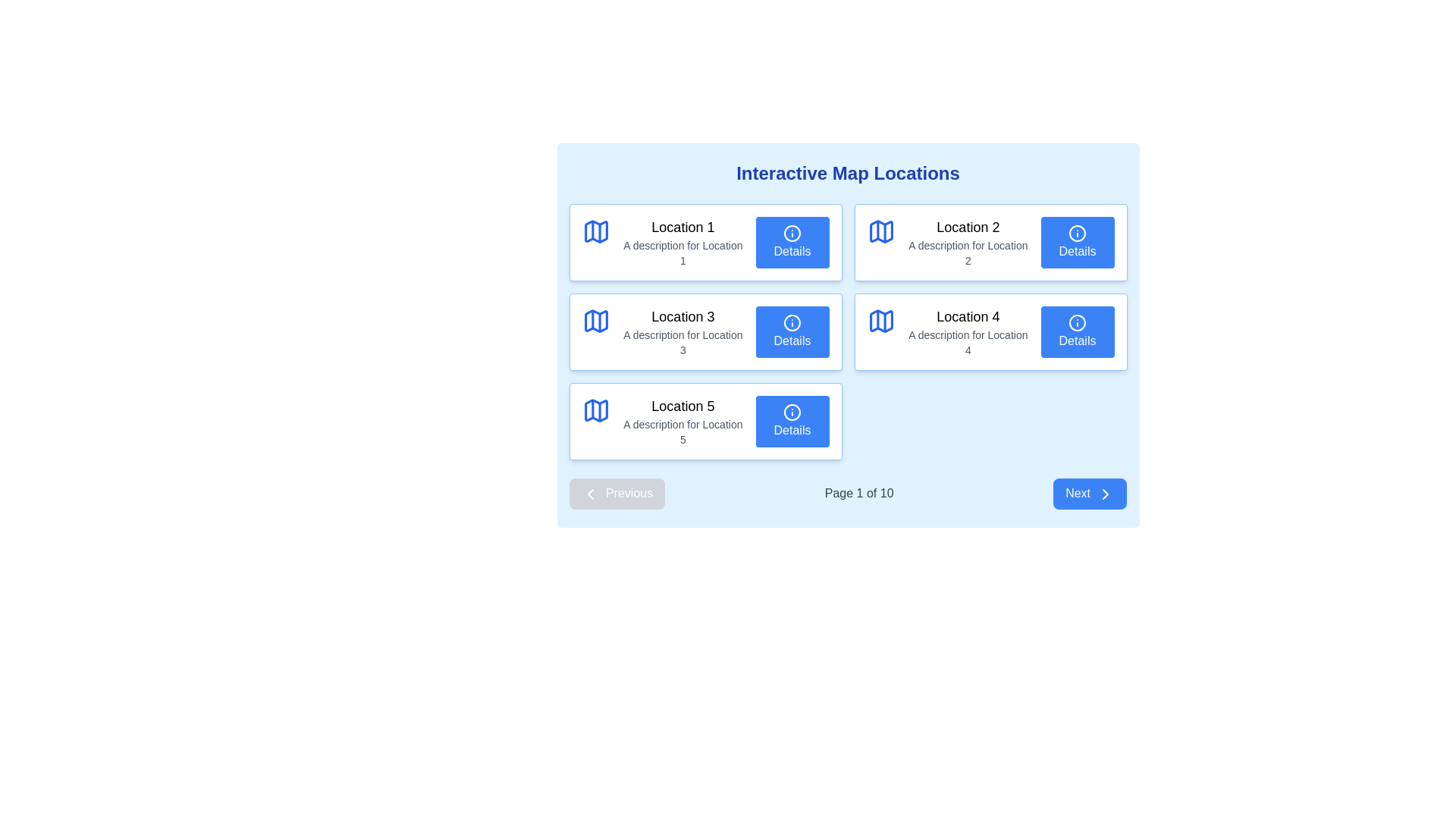 The width and height of the screenshot is (1456, 819). What do you see at coordinates (792, 413) in the screenshot?
I see `the circular blue icon located towards the right side of the 'Details' button of the last item in the list` at bounding box center [792, 413].